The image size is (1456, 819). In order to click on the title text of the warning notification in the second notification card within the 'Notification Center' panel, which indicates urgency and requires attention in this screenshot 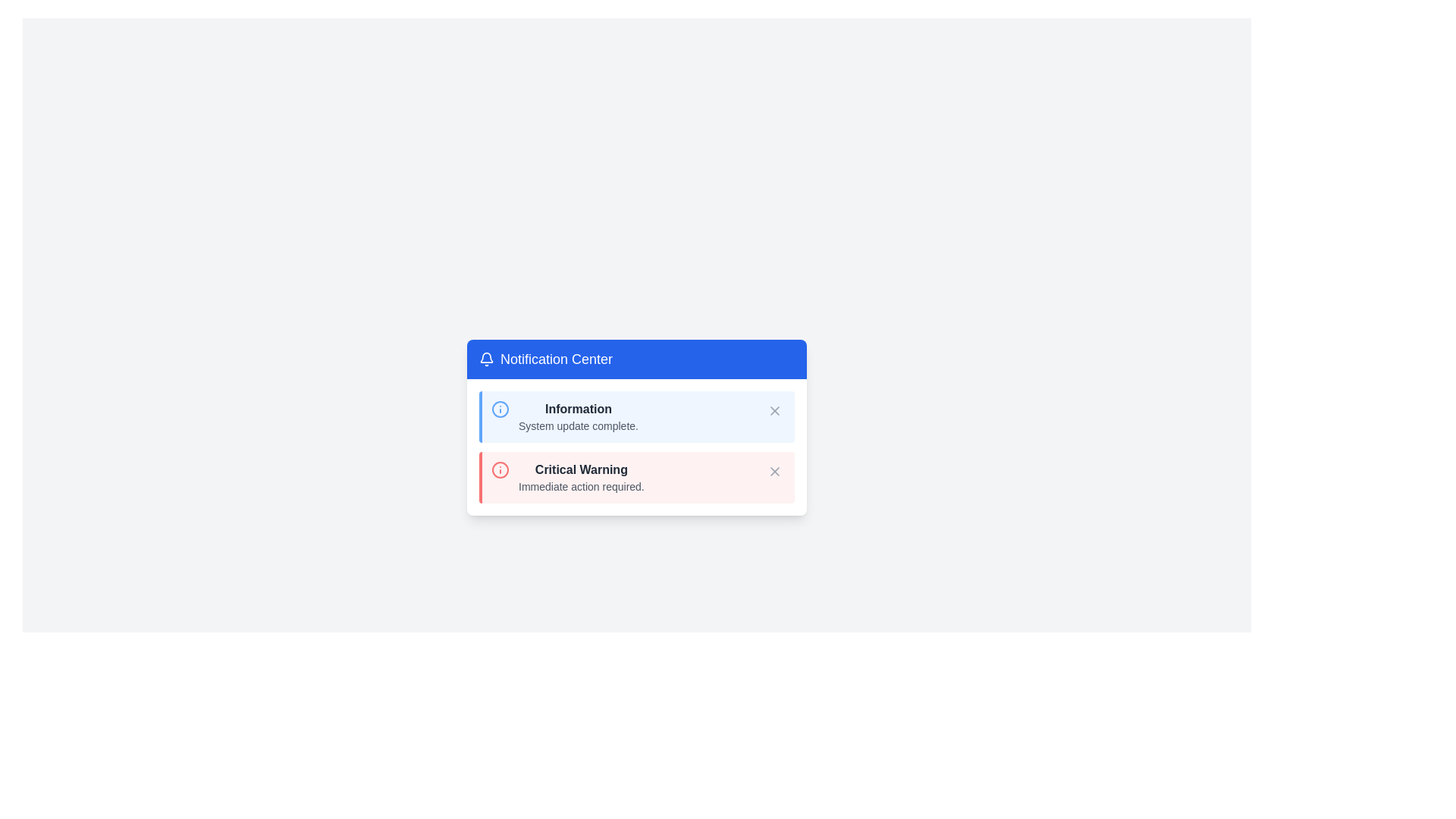, I will do `click(580, 469)`.